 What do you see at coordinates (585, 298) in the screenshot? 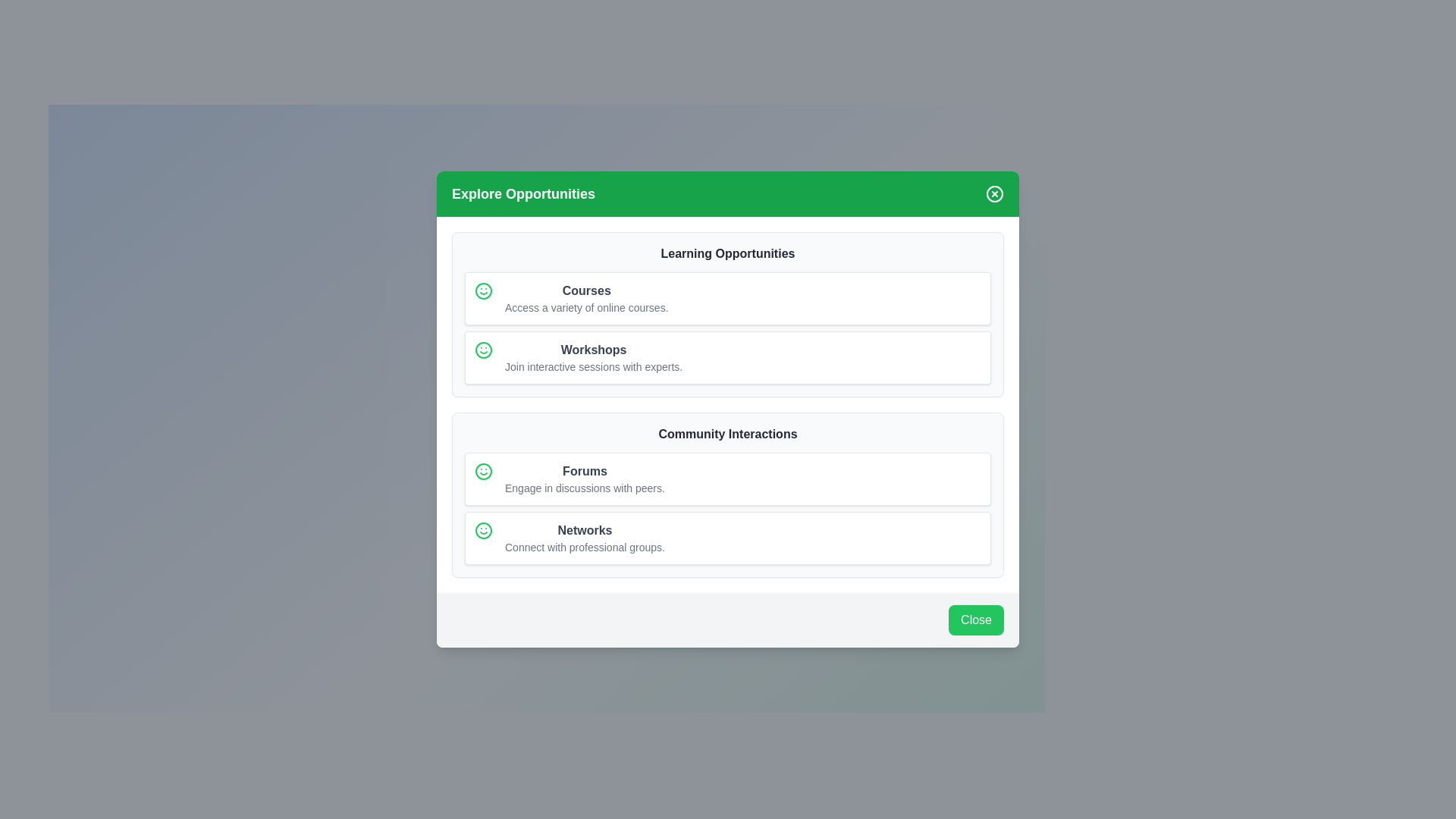
I see `the 'Courses' text block, which features a bold title and a description regarding online courses, located in the upper section of the modal under 'Learning Opportunities'` at bounding box center [585, 298].